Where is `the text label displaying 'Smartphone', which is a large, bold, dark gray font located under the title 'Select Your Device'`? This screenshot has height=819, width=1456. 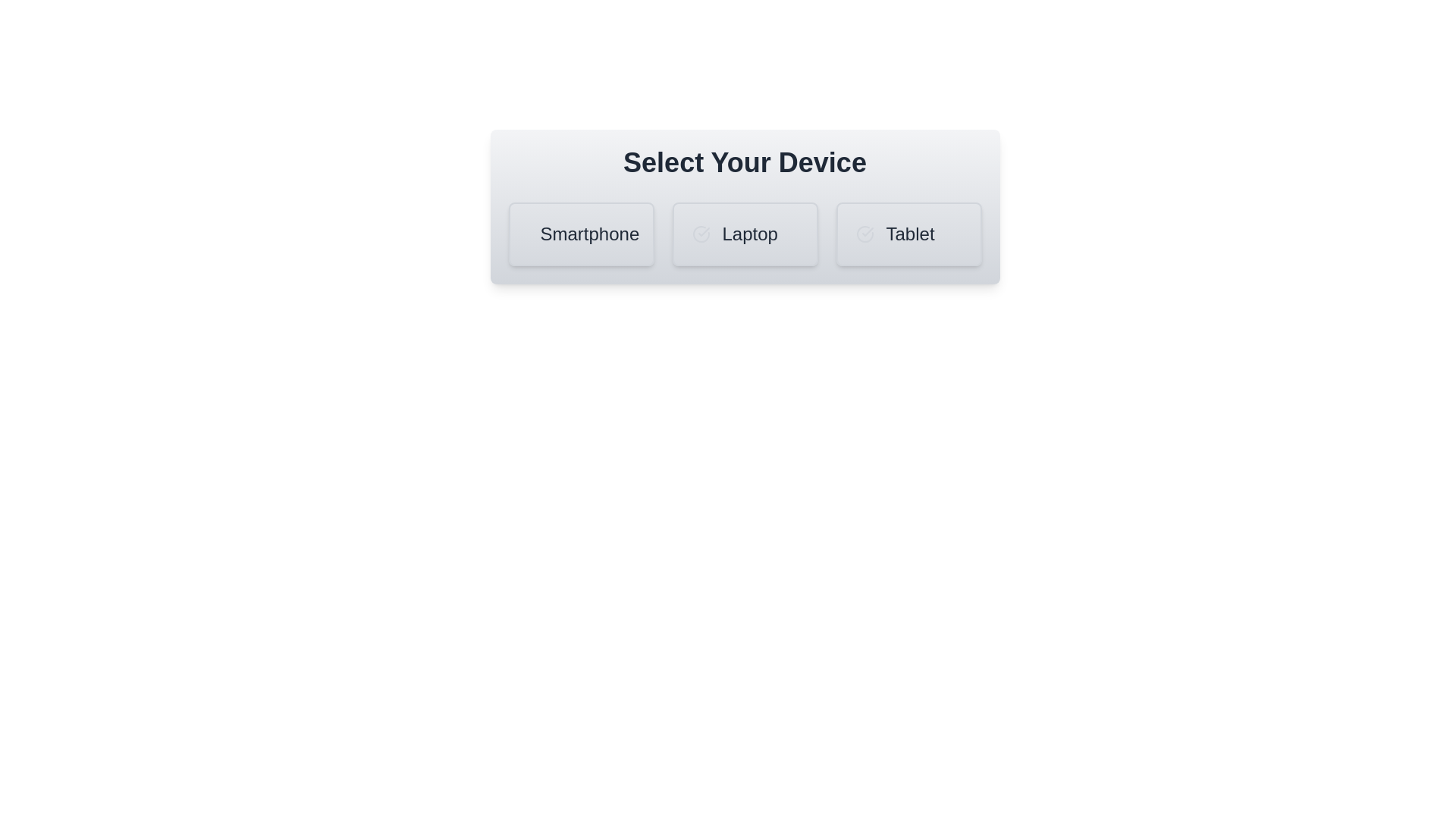 the text label displaying 'Smartphone', which is a large, bold, dark gray font located under the title 'Select Your Device' is located at coordinates (588, 234).